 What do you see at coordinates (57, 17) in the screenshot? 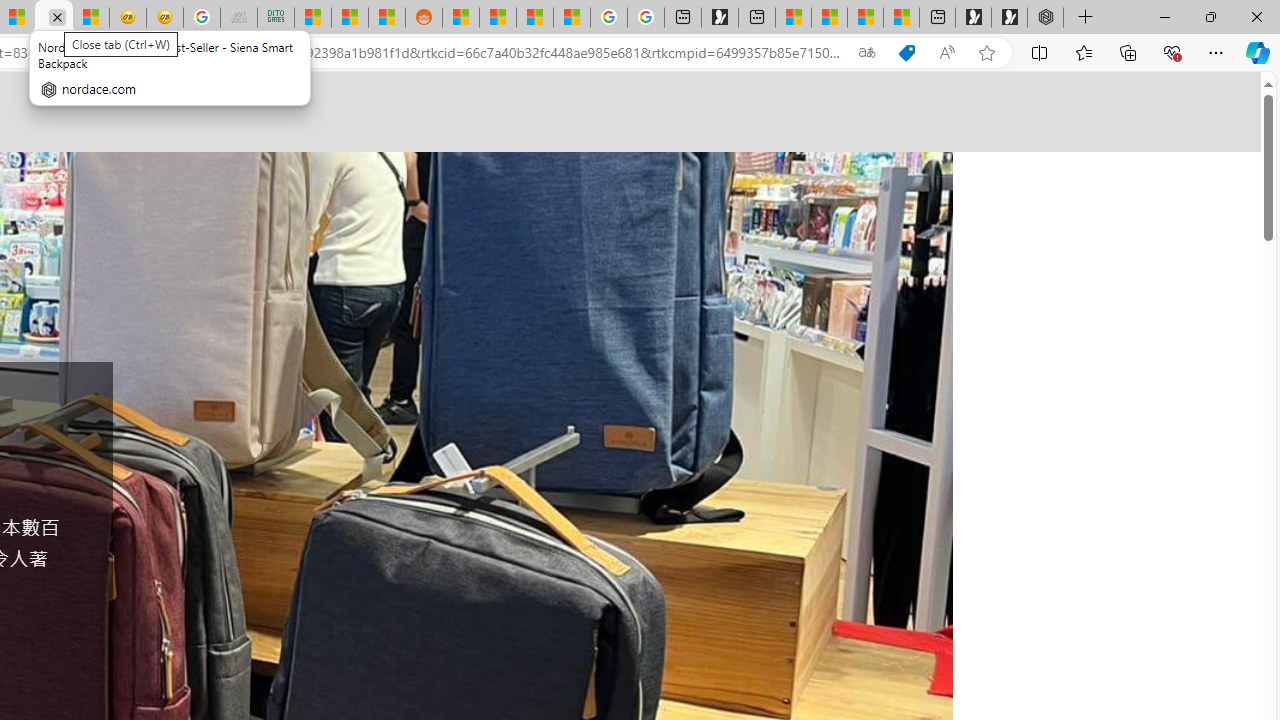
I see `'Close tab'` at bounding box center [57, 17].